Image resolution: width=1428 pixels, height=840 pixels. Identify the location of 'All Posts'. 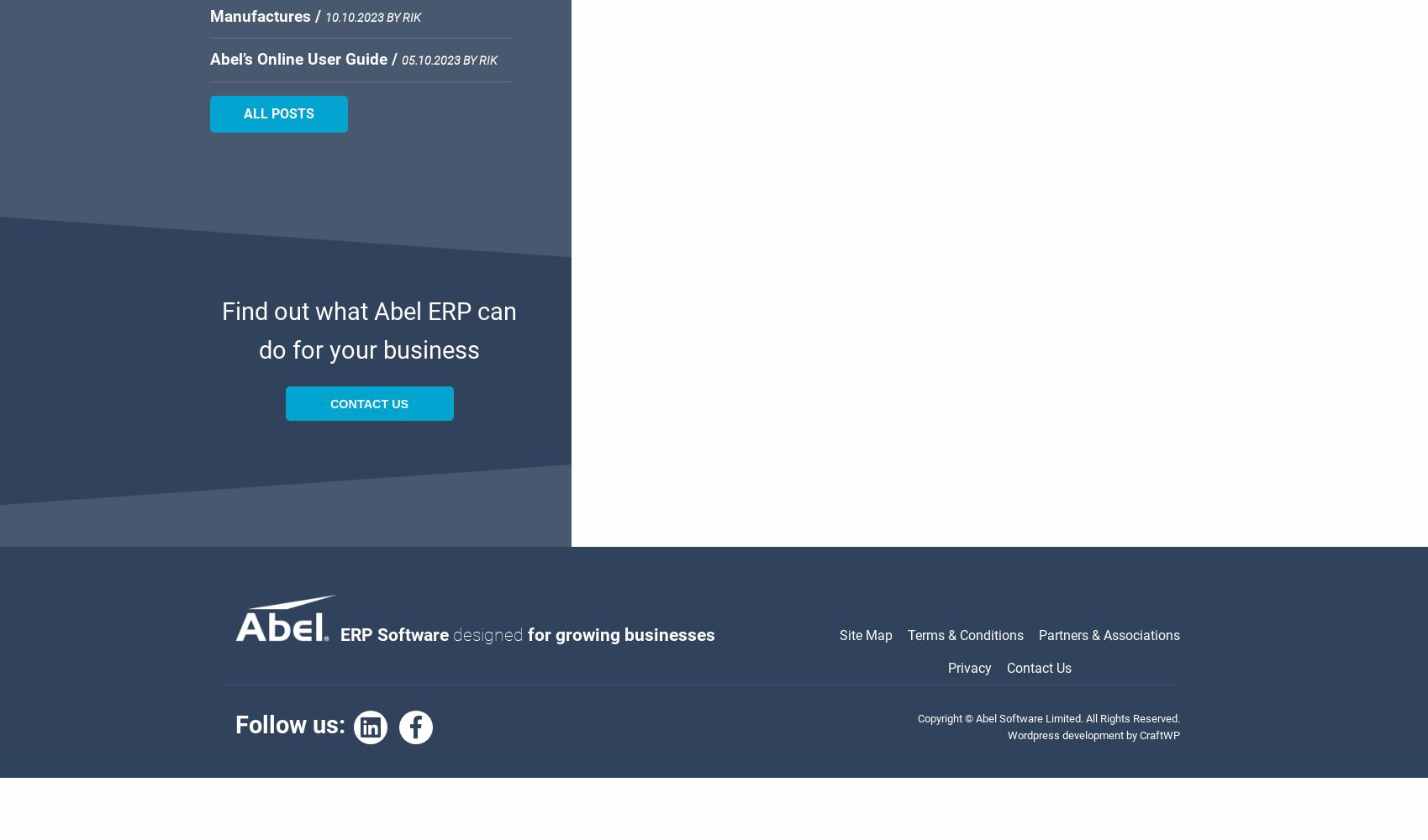
(277, 113).